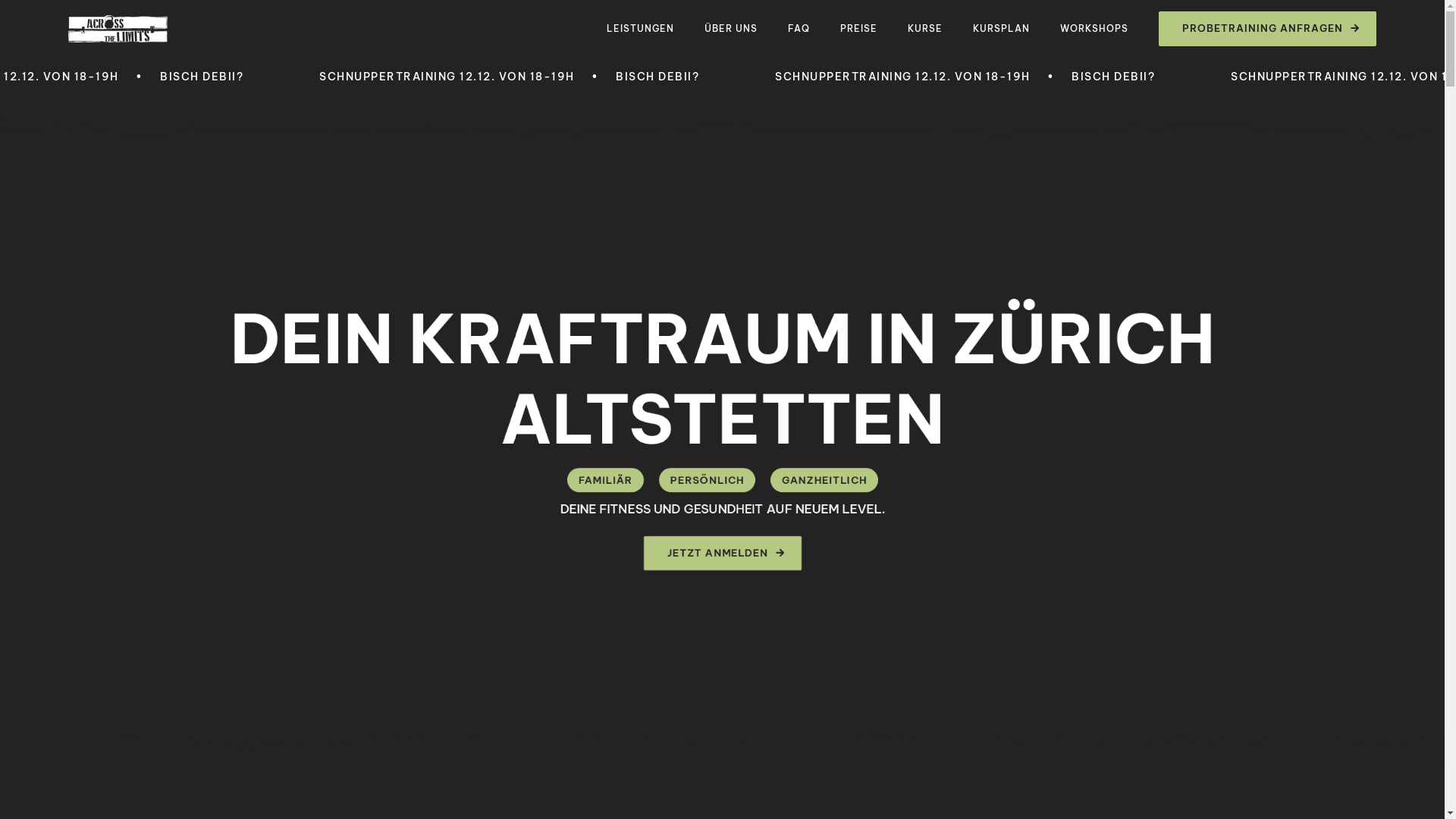 Image resolution: width=1456 pixels, height=819 pixels. I want to click on 'LEISTUNGEN', so click(655, 29).